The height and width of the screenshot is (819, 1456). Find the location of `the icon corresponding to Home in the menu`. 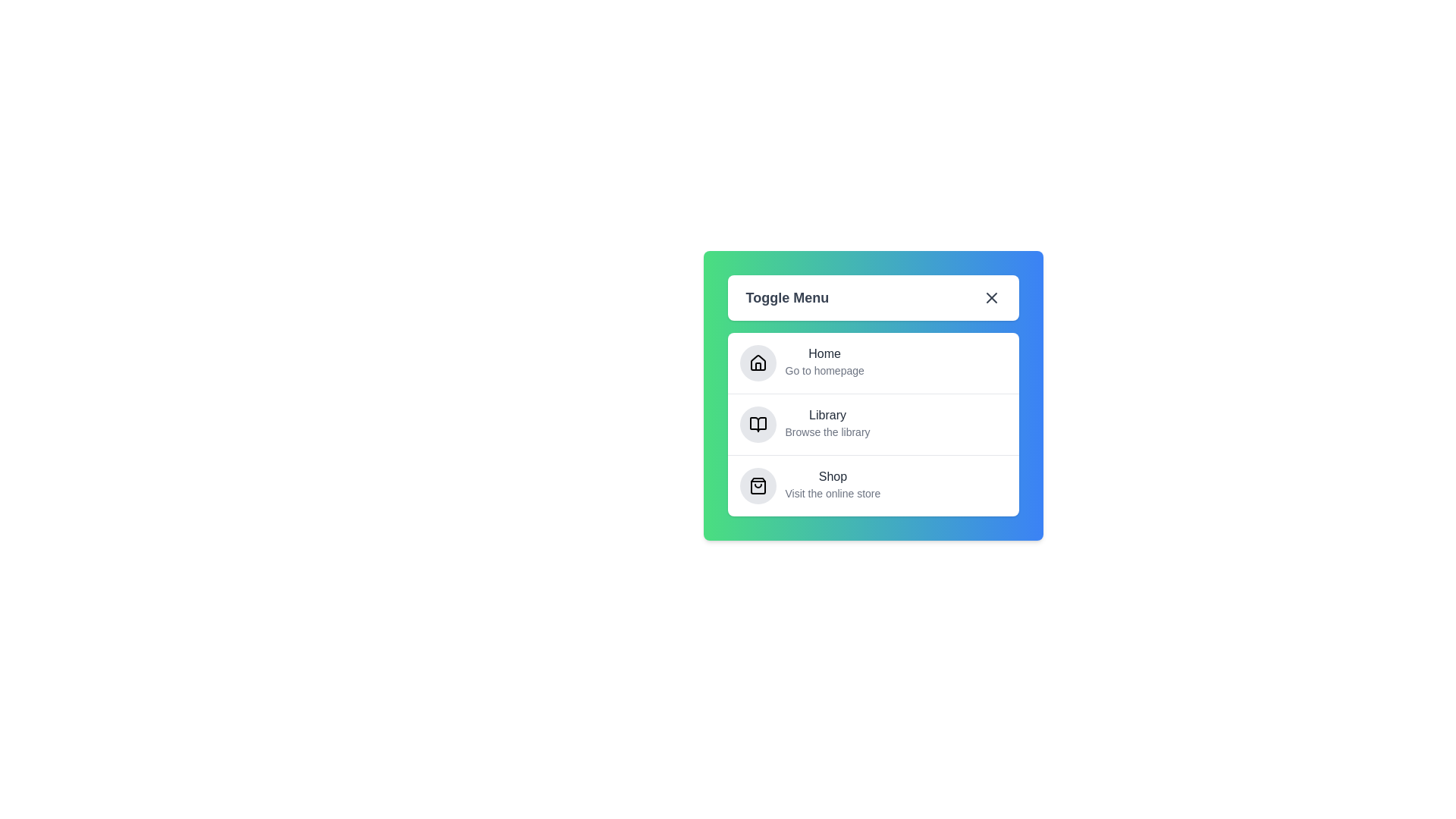

the icon corresponding to Home in the menu is located at coordinates (758, 362).